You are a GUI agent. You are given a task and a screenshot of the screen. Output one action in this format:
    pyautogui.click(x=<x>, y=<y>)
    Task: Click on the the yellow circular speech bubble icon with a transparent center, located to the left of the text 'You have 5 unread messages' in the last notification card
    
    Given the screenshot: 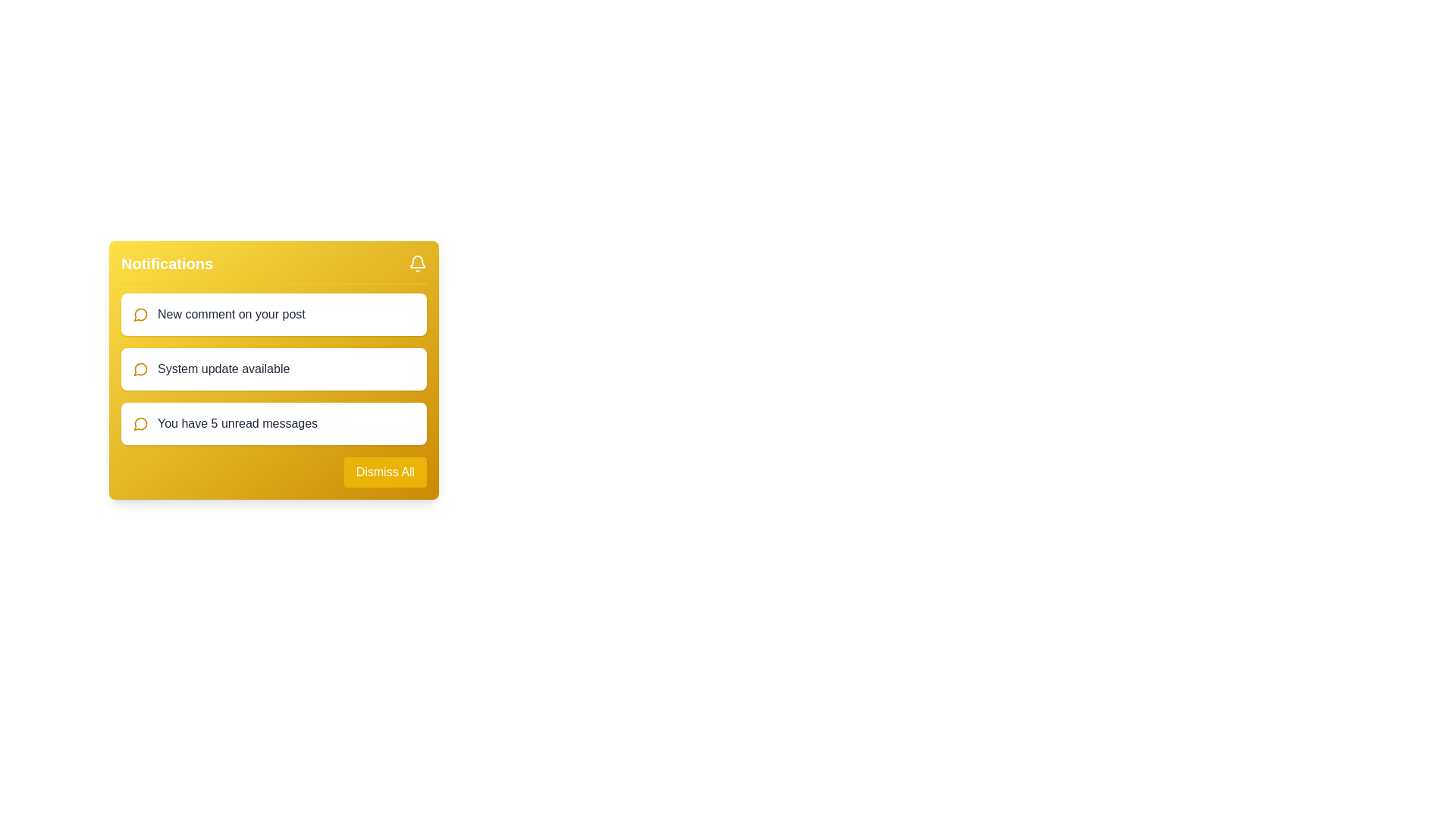 What is the action you would take?
    pyautogui.click(x=141, y=424)
    